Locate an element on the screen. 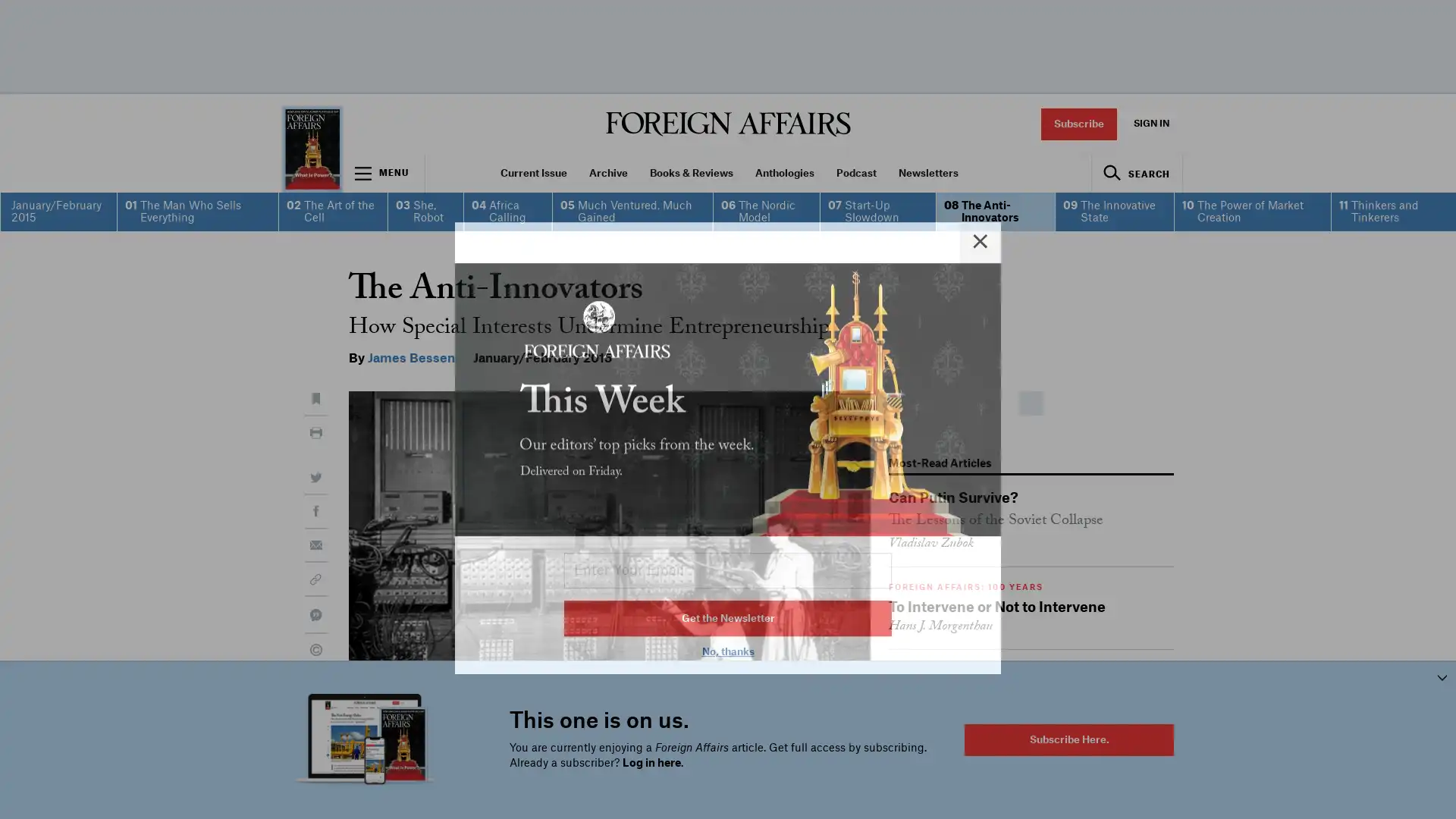  Newsletters is located at coordinates (927, 172).